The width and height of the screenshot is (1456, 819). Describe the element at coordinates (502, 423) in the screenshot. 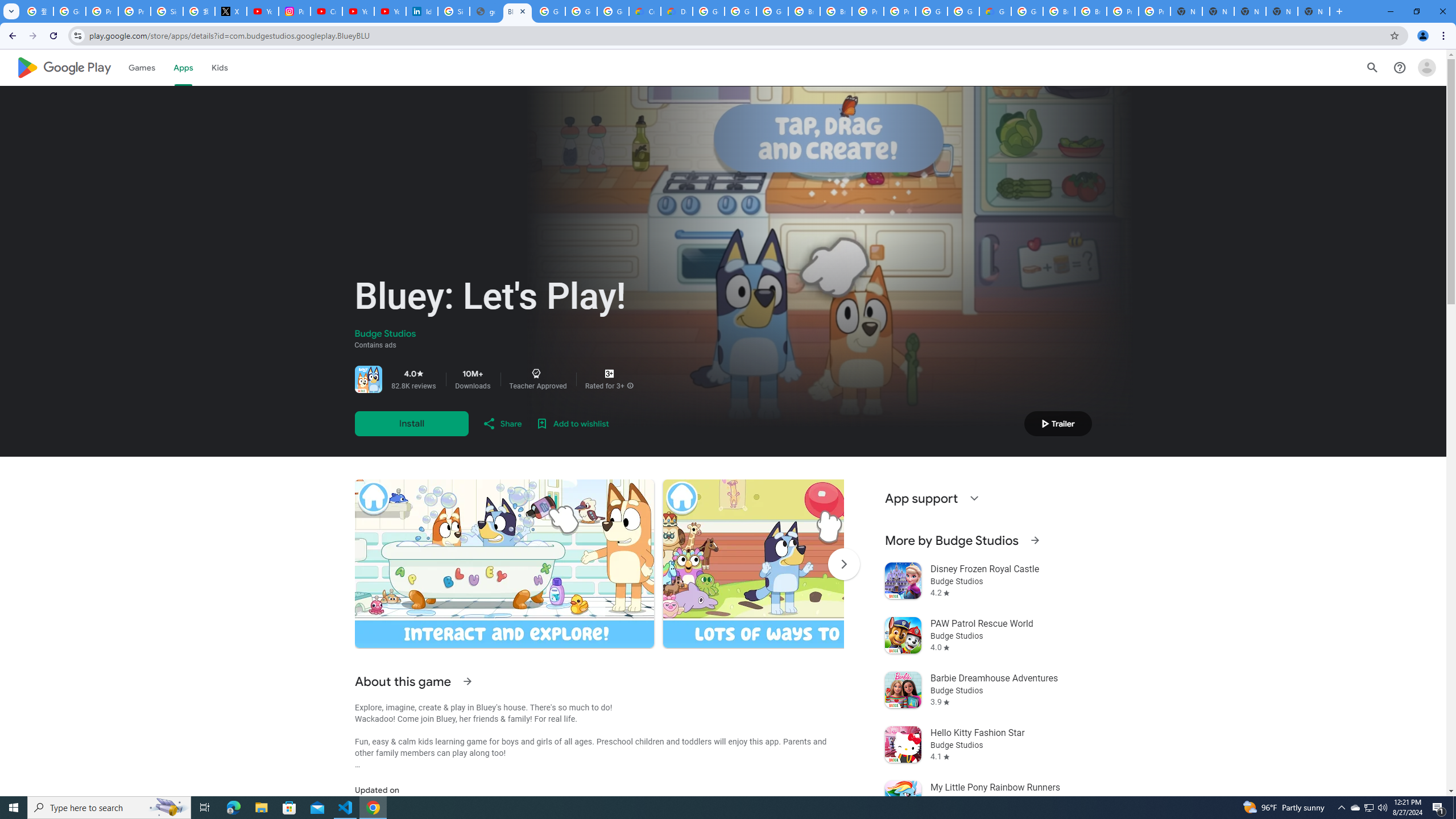

I see `'Share'` at that location.